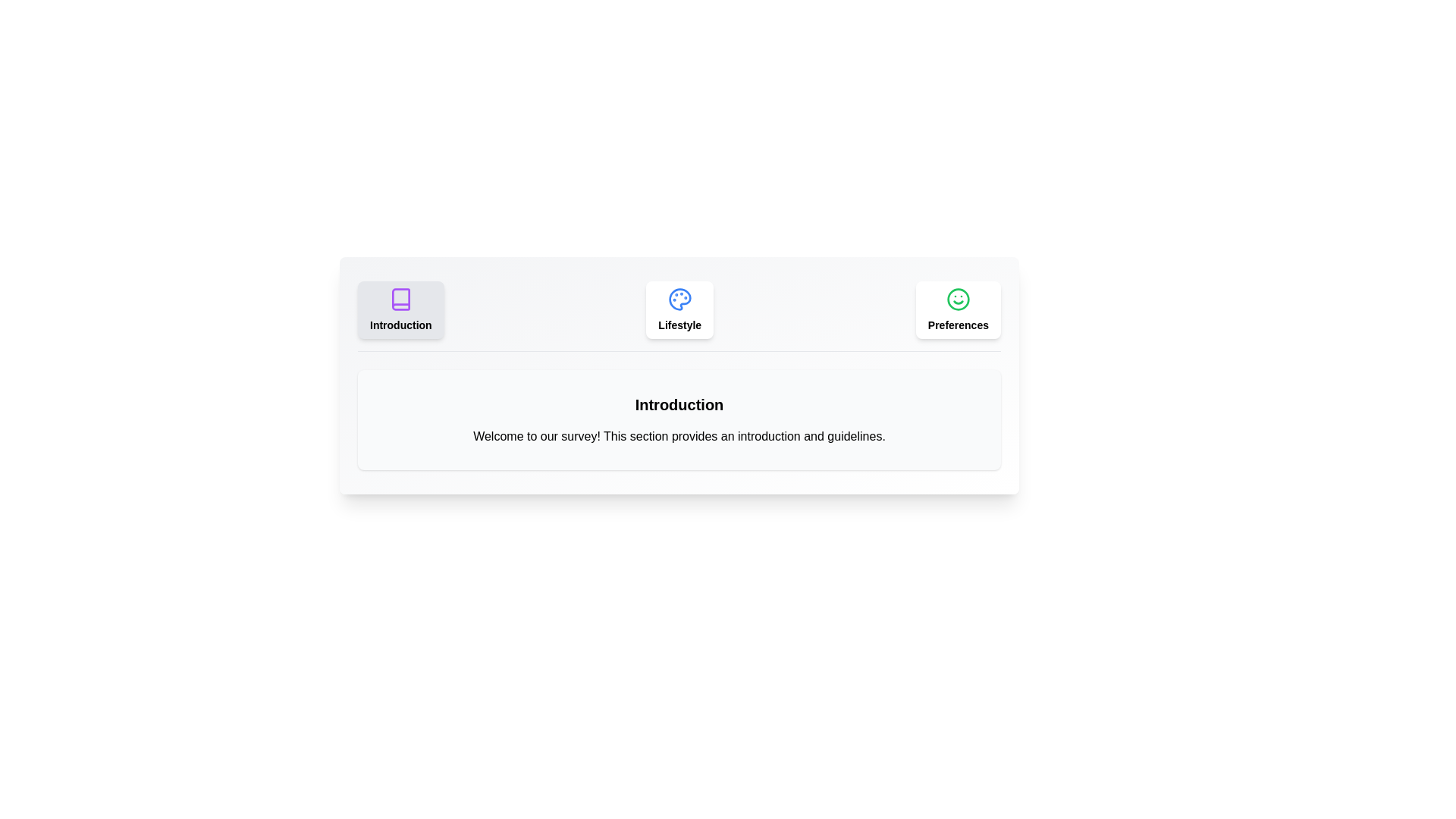 The height and width of the screenshot is (819, 1456). I want to click on the section button corresponding to Preferences to navigate to the respective survey section, so click(957, 309).